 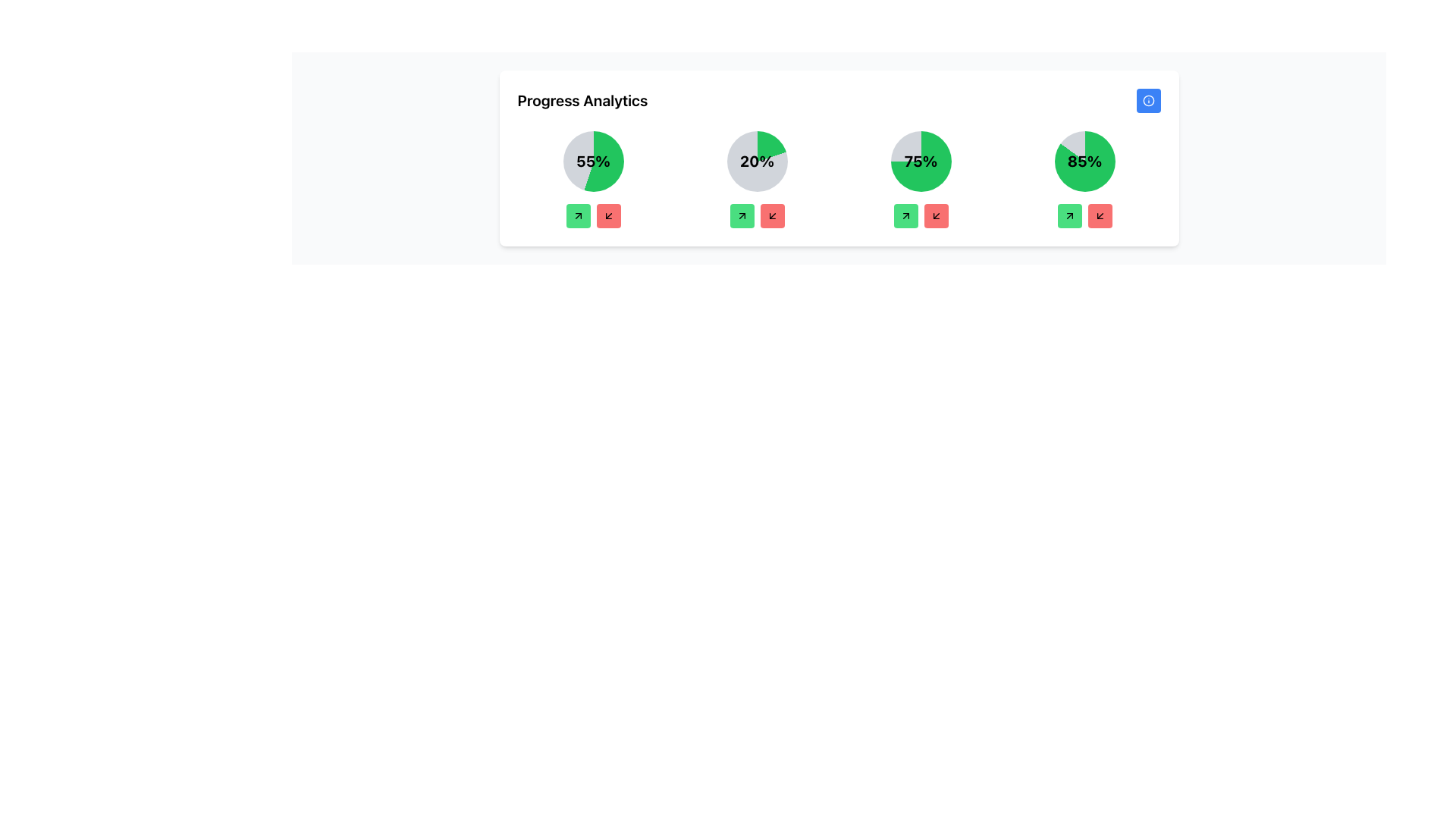 What do you see at coordinates (1100, 216) in the screenshot?
I see `the button located in the bottom right corner of the progress analytics card` at bounding box center [1100, 216].